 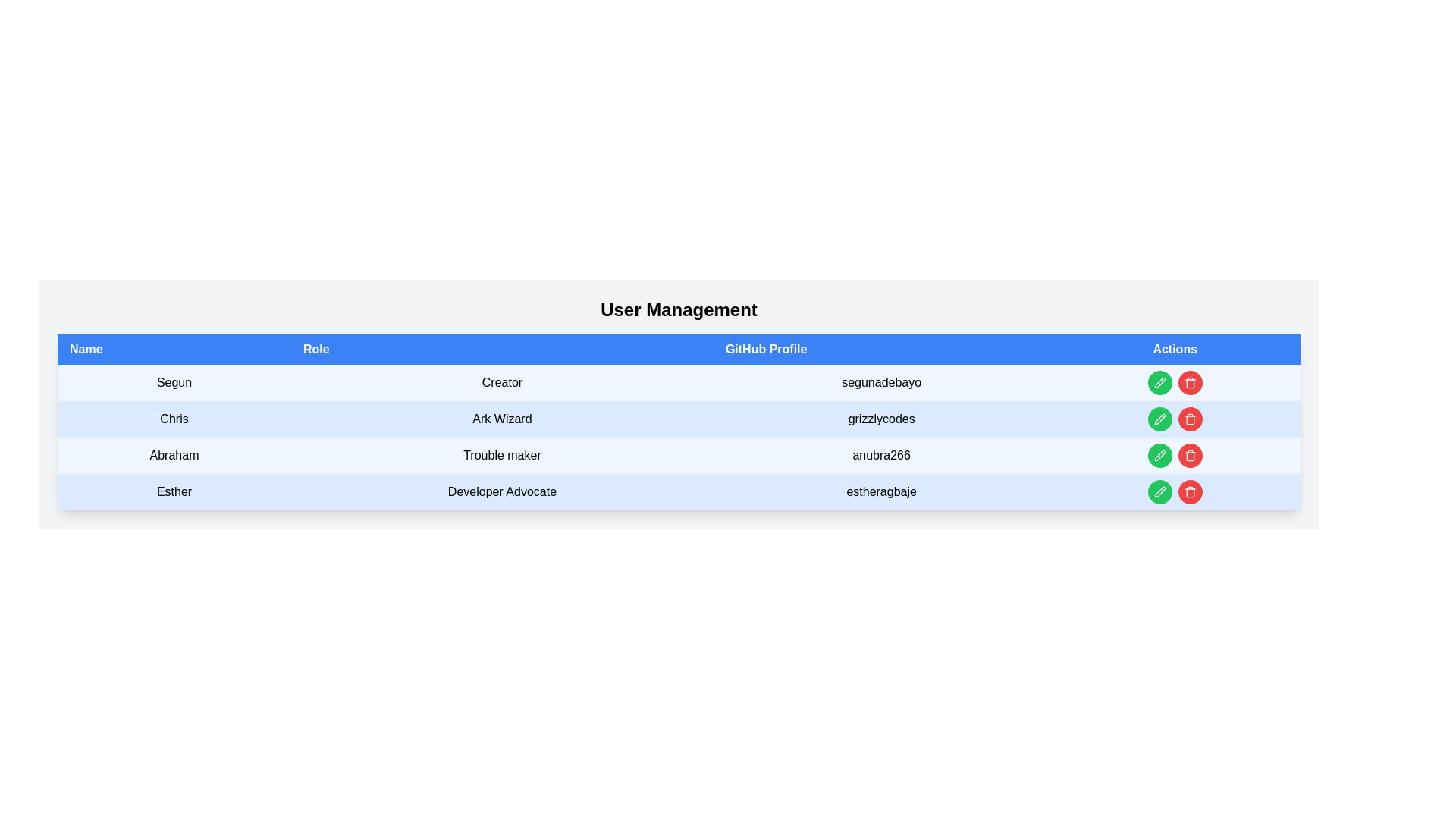 I want to click on the username 'grizzlycodes' in the second row of the user management table, so click(x=678, y=419).